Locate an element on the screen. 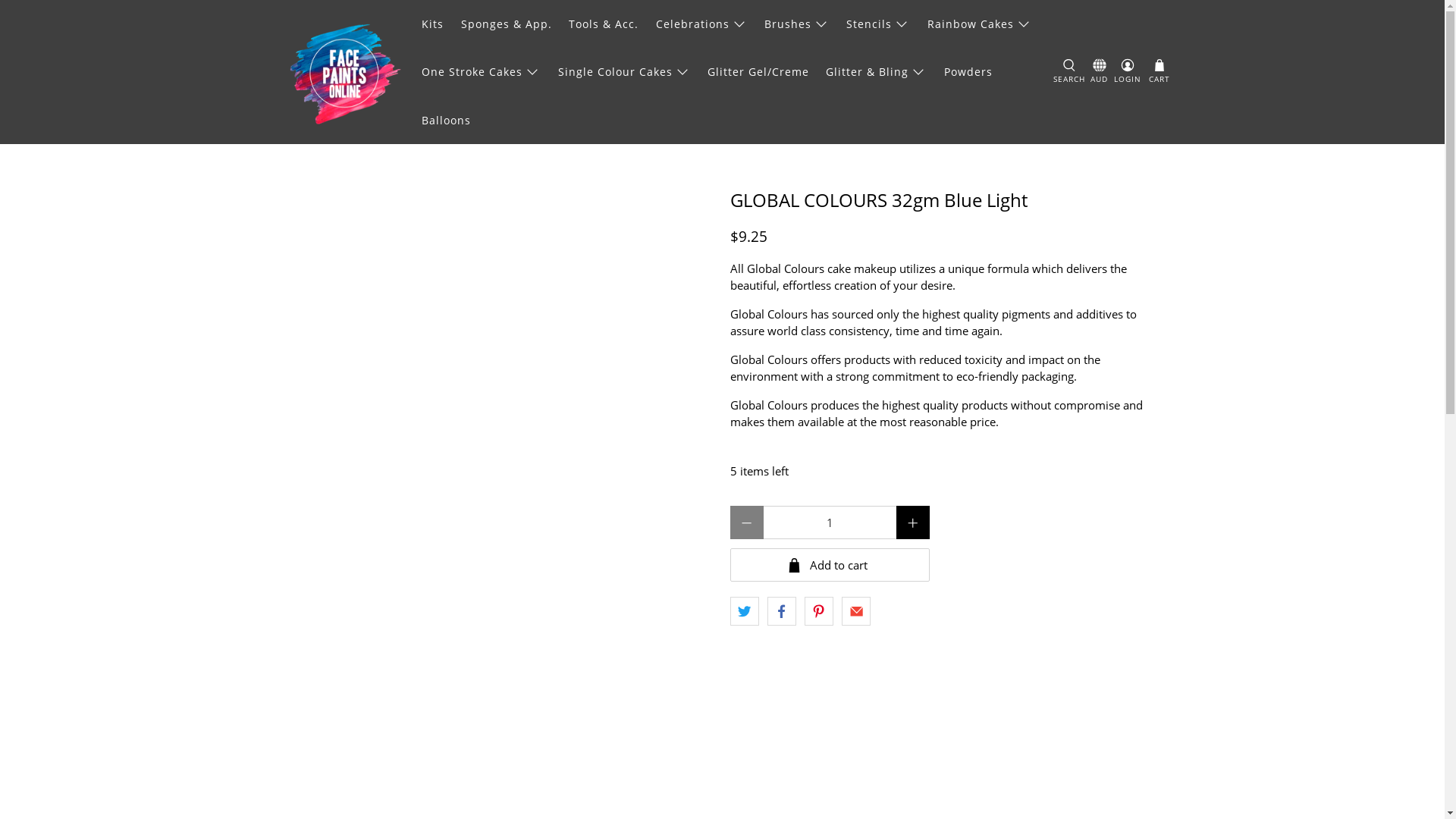 This screenshot has height=819, width=1456. 'Share this on Twitter' is located at coordinates (743, 610).